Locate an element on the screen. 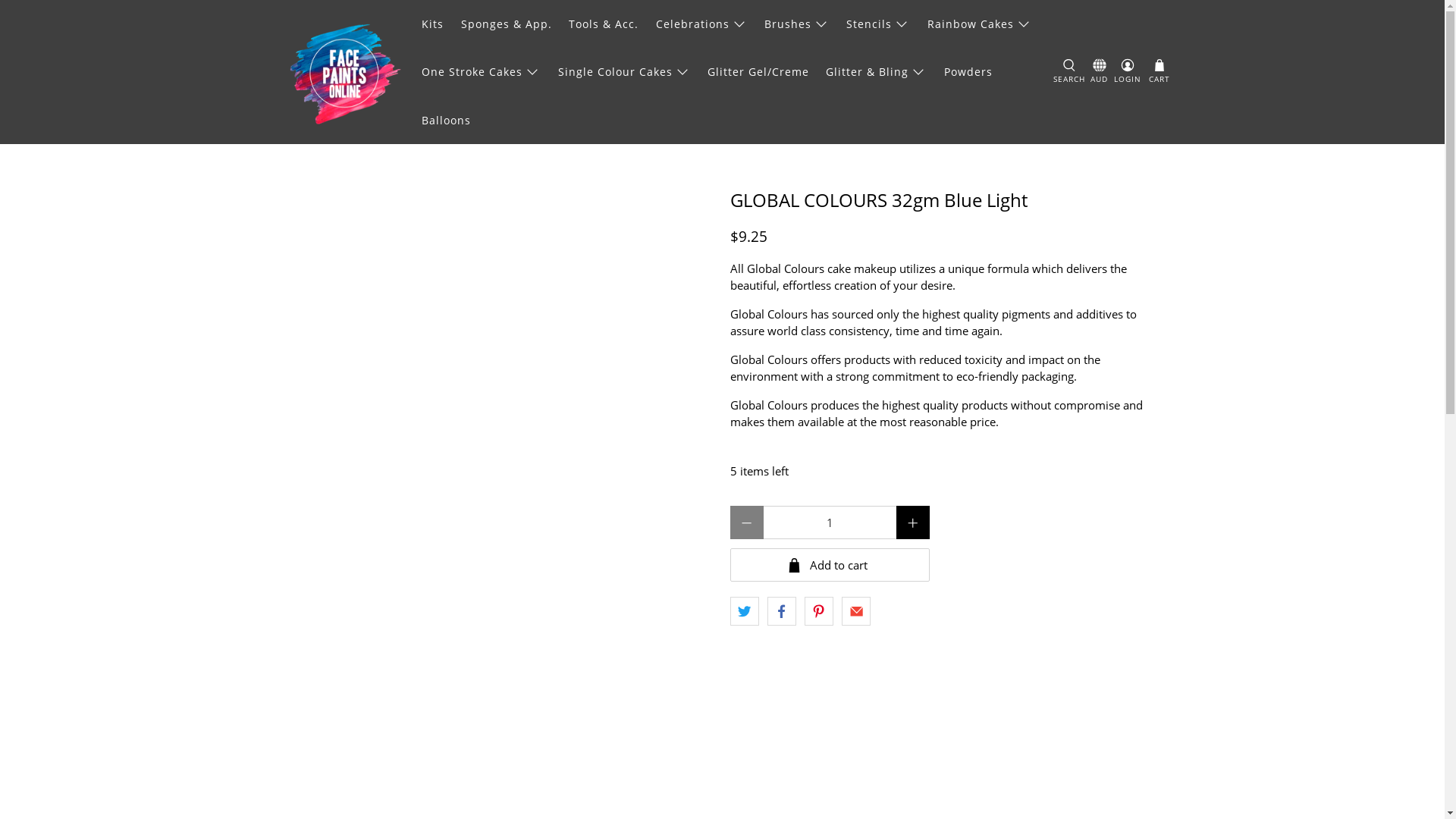 This screenshot has height=819, width=1456. 'Share this on Twitter' is located at coordinates (743, 610).